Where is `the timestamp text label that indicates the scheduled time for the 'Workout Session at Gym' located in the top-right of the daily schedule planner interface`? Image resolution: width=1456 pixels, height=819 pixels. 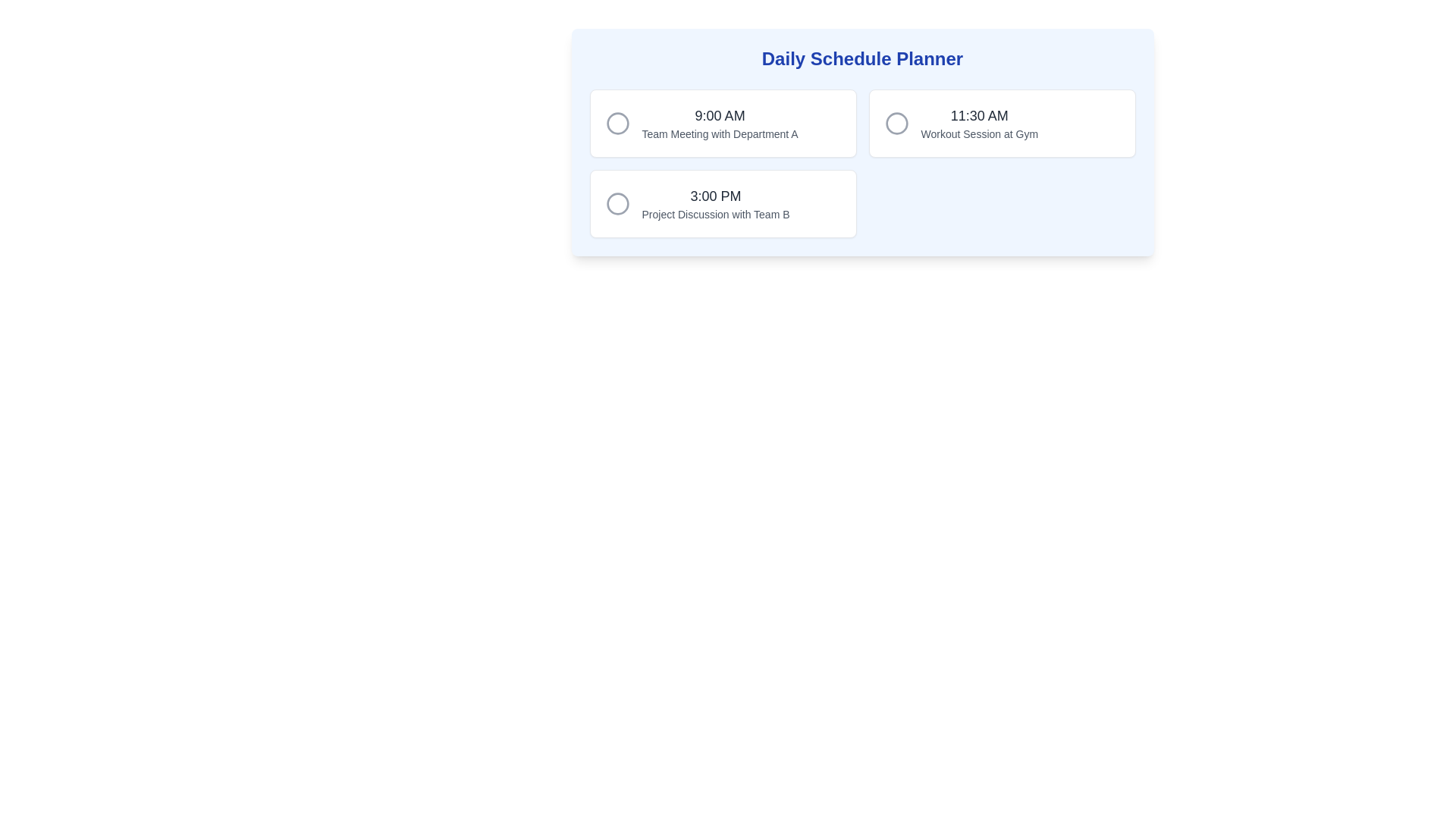 the timestamp text label that indicates the scheduled time for the 'Workout Session at Gym' located in the top-right of the daily schedule planner interface is located at coordinates (979, 115).